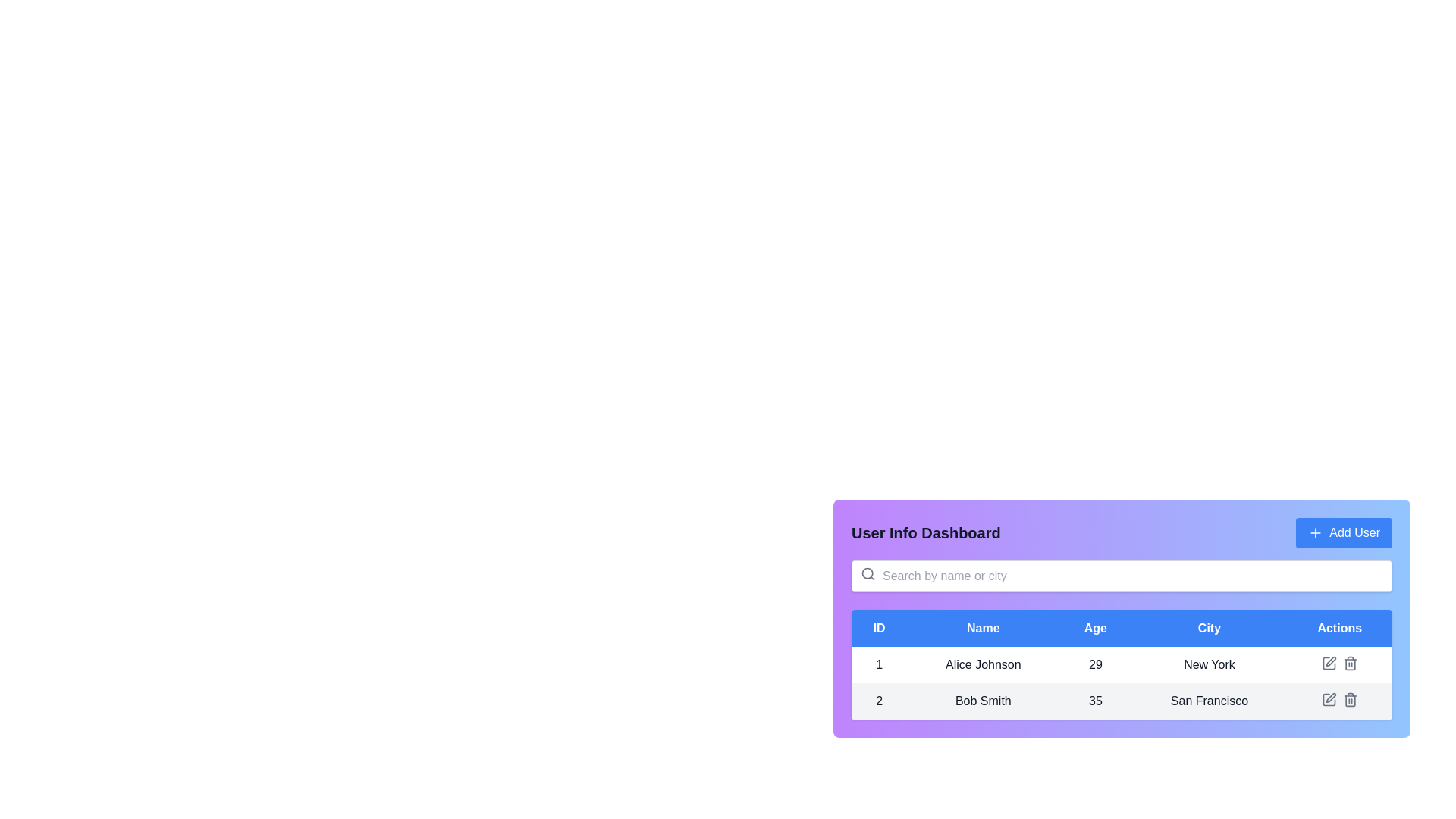  Describe the element at coordinates (1328, 699) in the screenshot. I see `the 'Edit' icon button in the 'Actions' column of the second row for 'Bob Smith' to initiate editing the row contents` at that location.